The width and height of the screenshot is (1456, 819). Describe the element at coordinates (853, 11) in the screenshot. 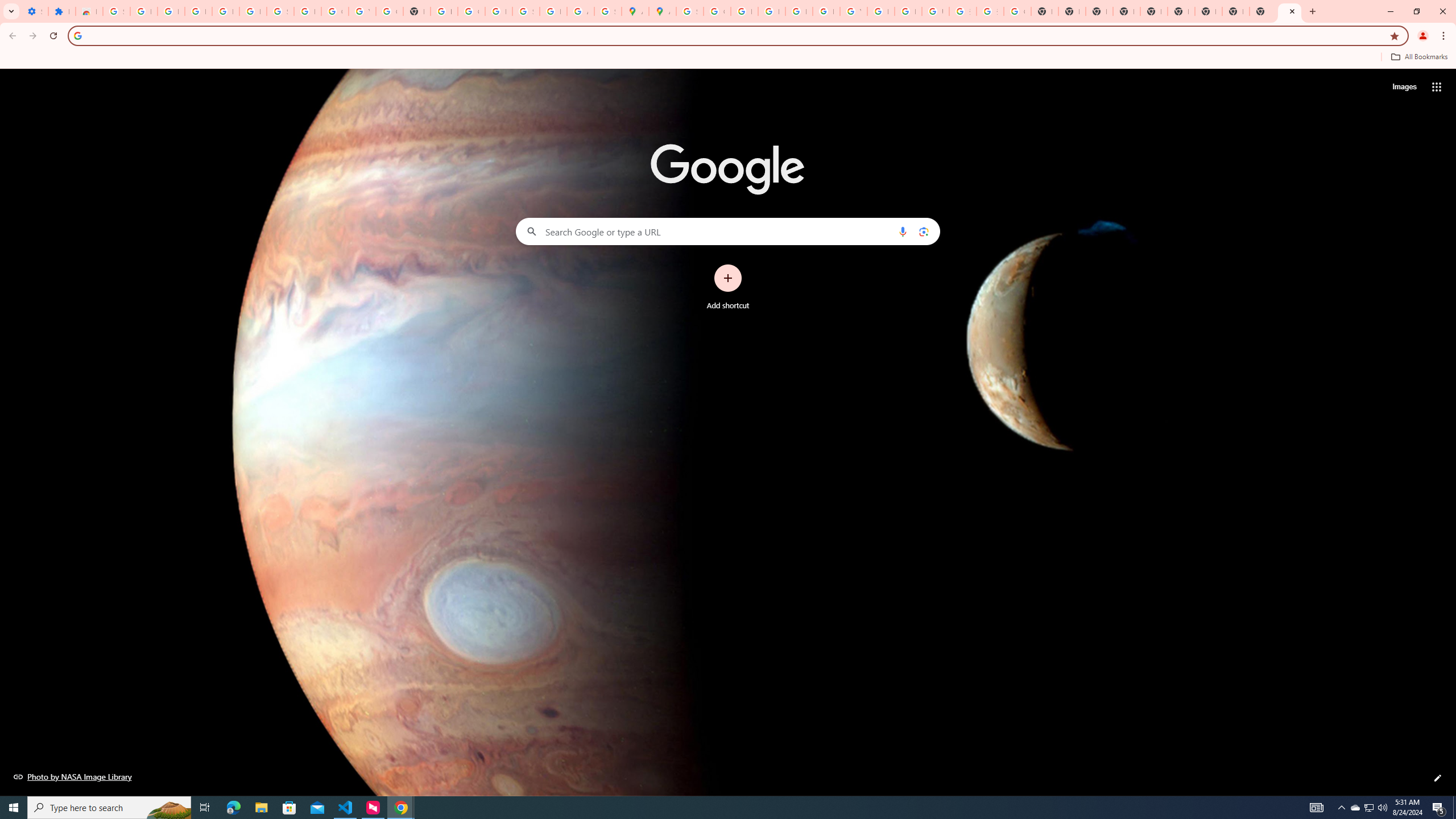

I see `'YouTube'` at that location.